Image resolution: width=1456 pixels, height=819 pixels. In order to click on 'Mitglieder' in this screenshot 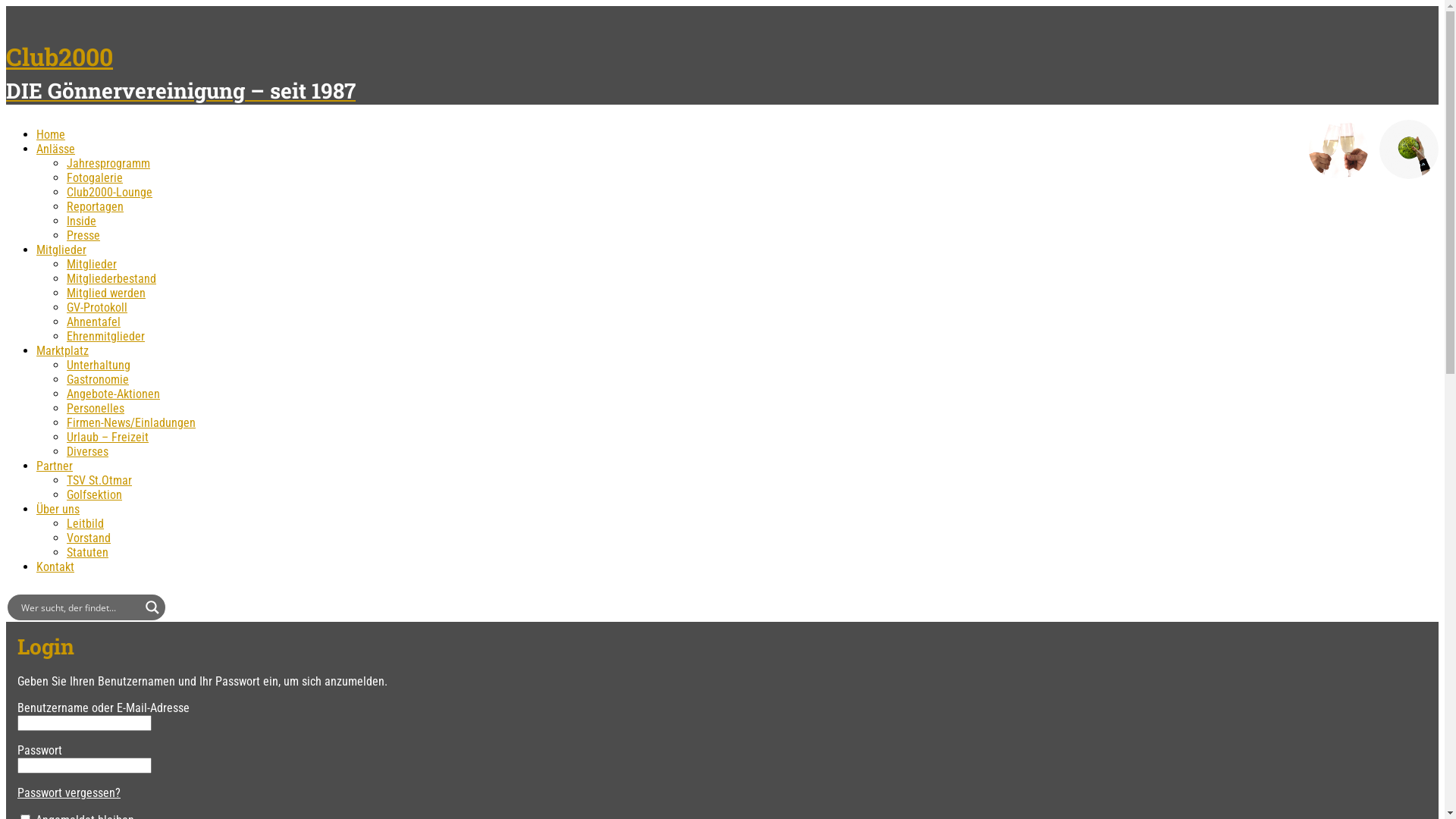, I will do `click(90, 263)`.